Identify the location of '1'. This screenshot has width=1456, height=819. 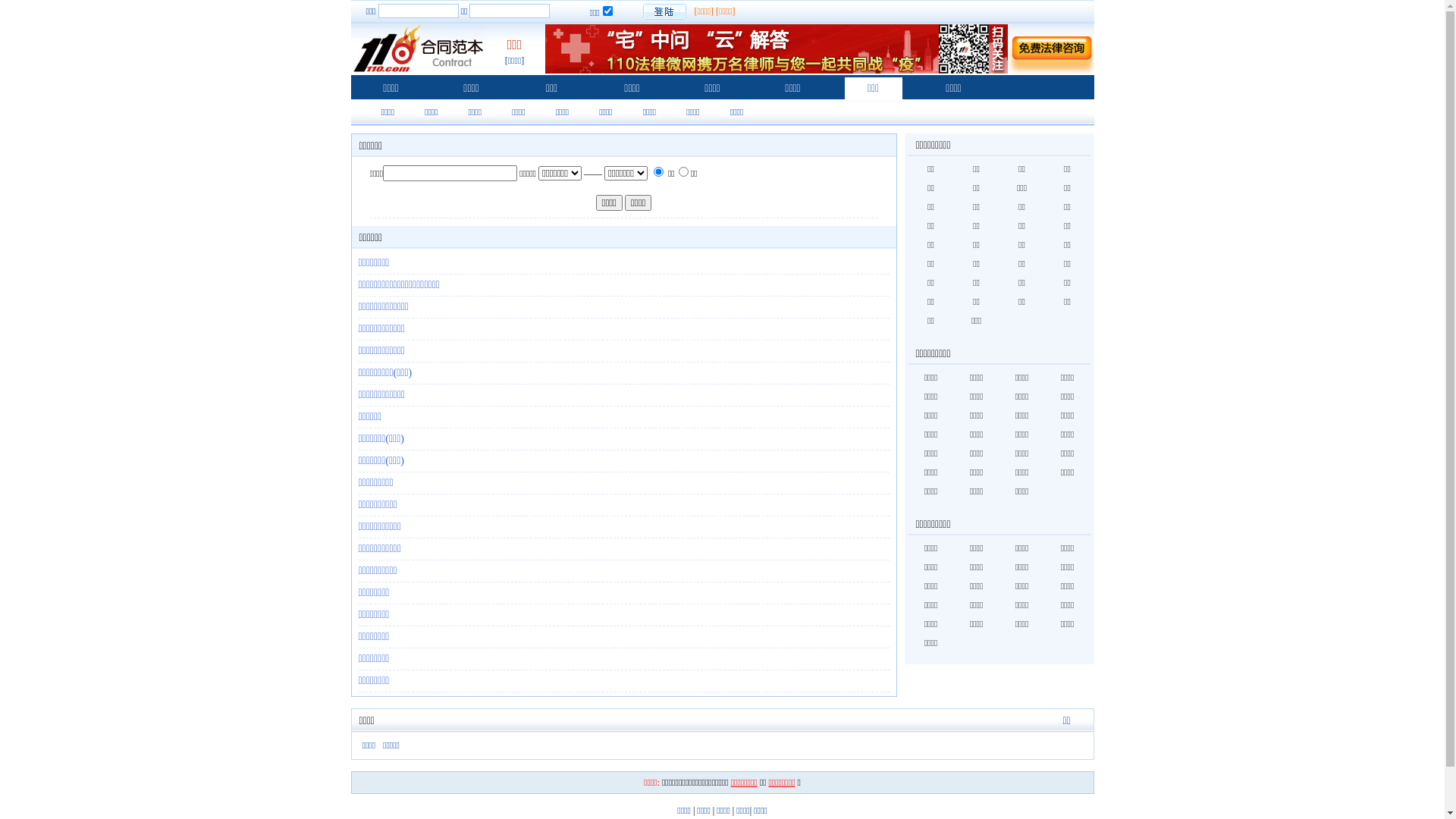
(677, 171).